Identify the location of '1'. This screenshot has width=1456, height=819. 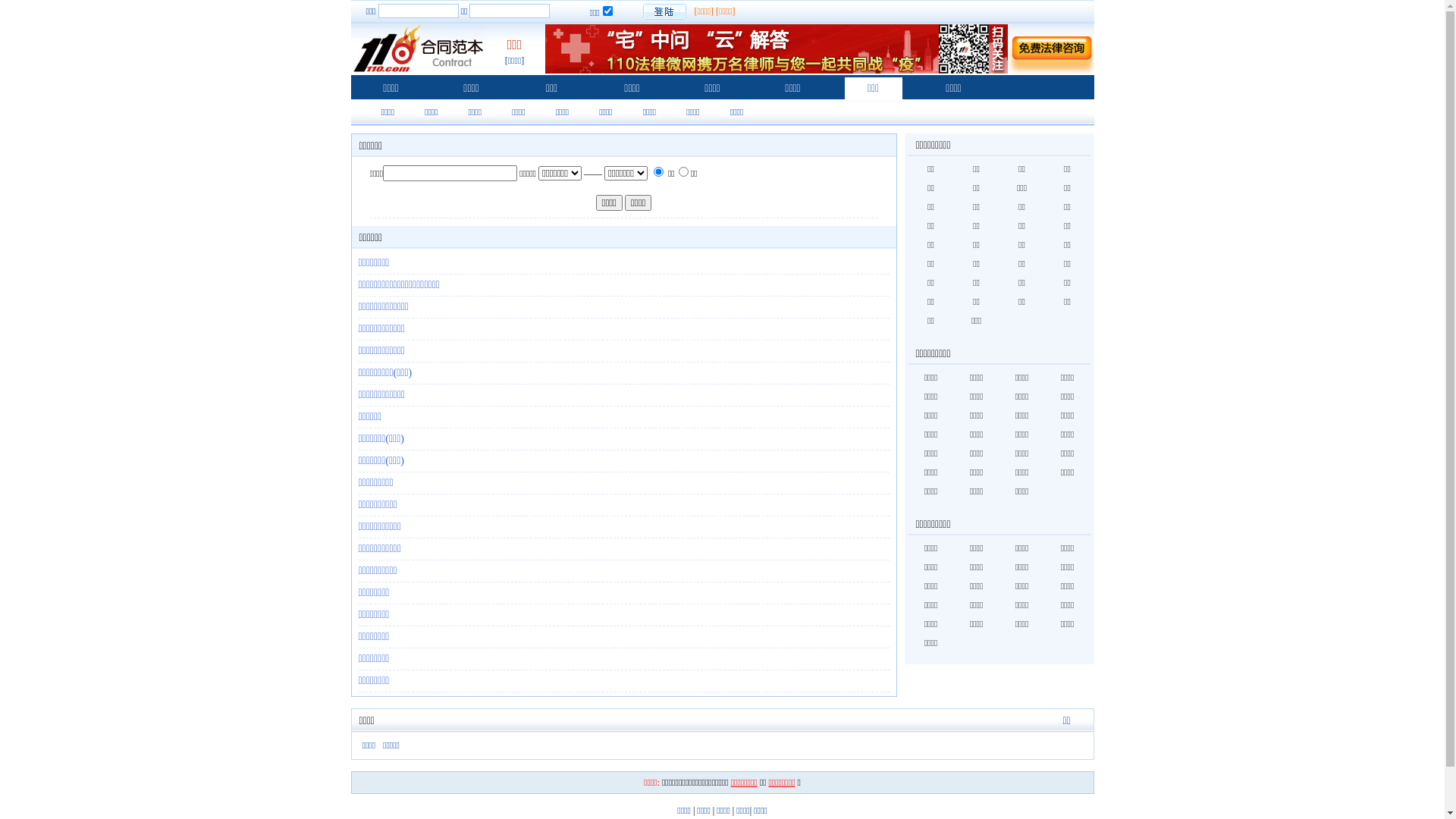
(677, 171).